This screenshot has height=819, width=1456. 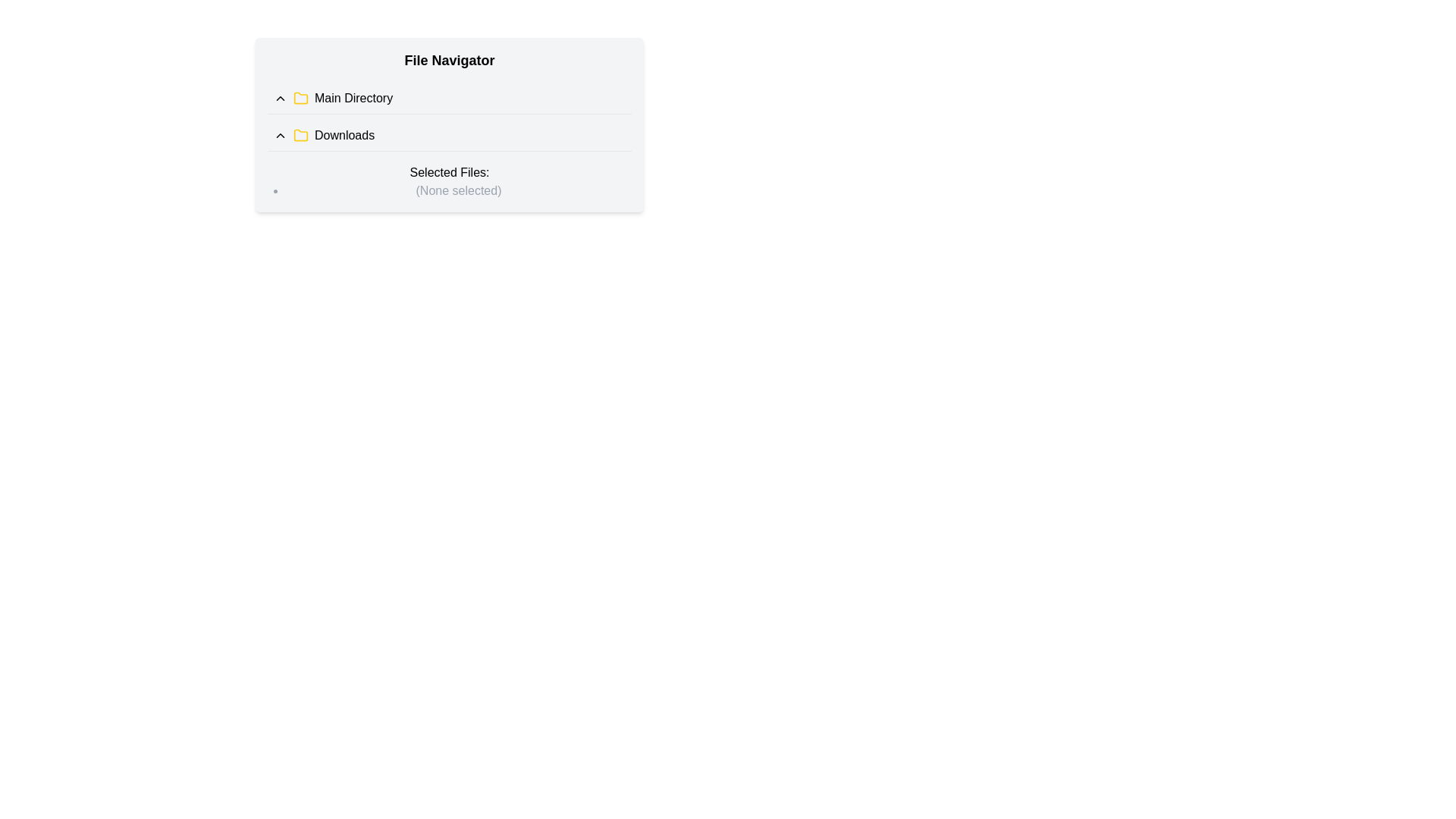 I want to click on the toggle button located at the start of the row containing the text 'Main Directory', so click(x=280, y=99).